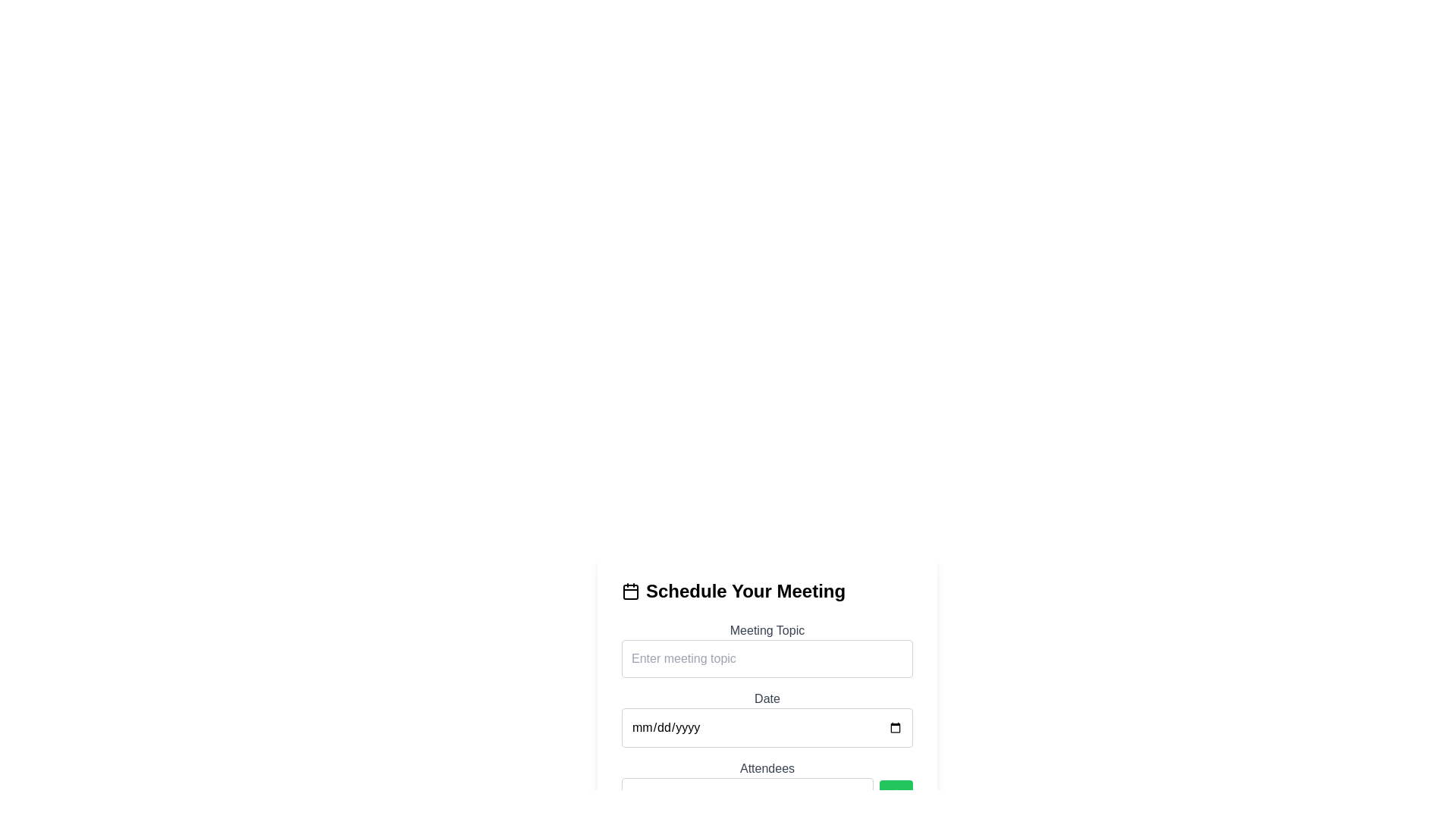 The height and width of the screenshot is (819, 1456). I want to click on the input field for attendee email addresses, which is located in the third section of the vertical form structure, so click(767, 786).